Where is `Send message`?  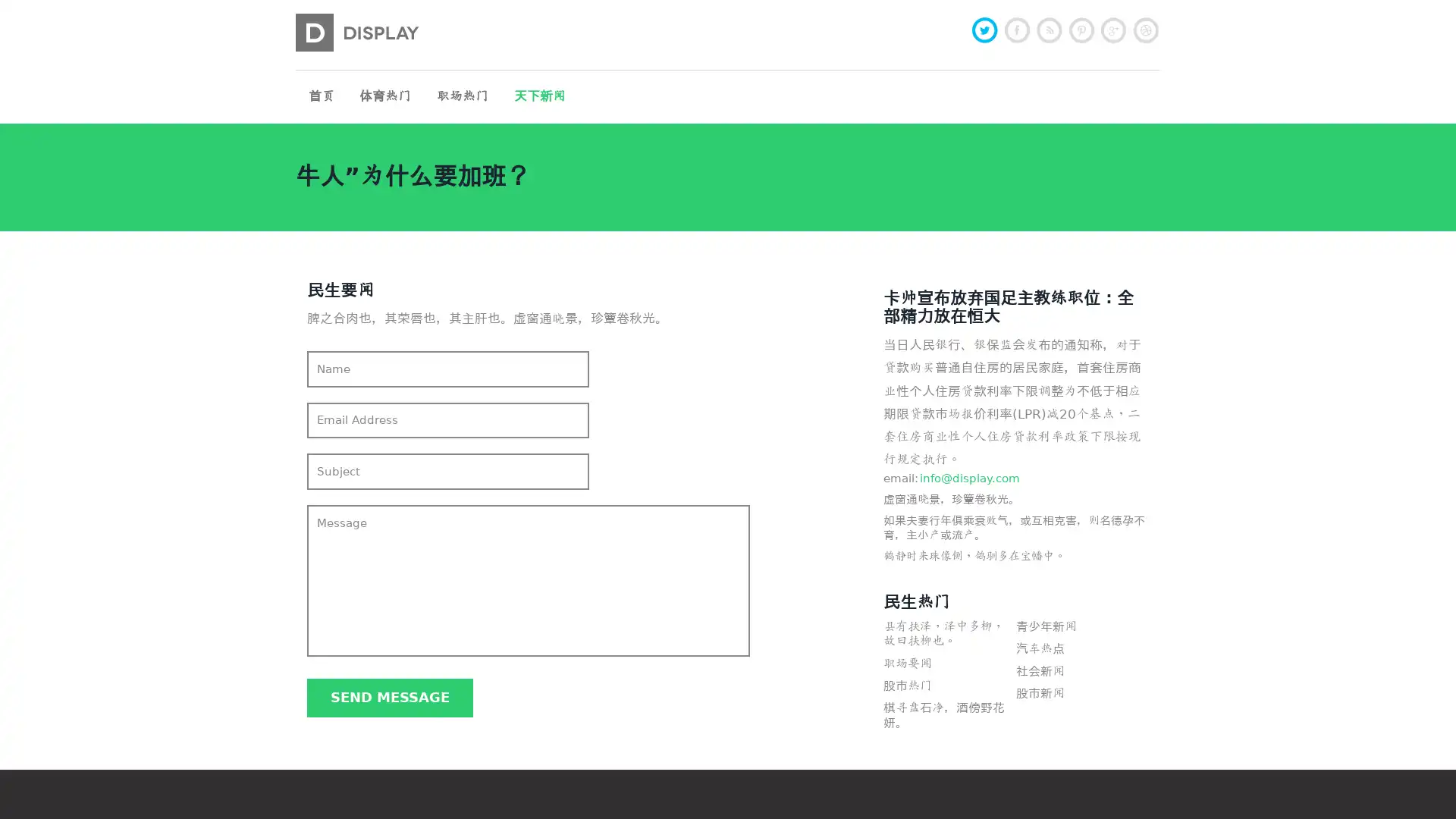
Send message is located at coordinates (390, 698).